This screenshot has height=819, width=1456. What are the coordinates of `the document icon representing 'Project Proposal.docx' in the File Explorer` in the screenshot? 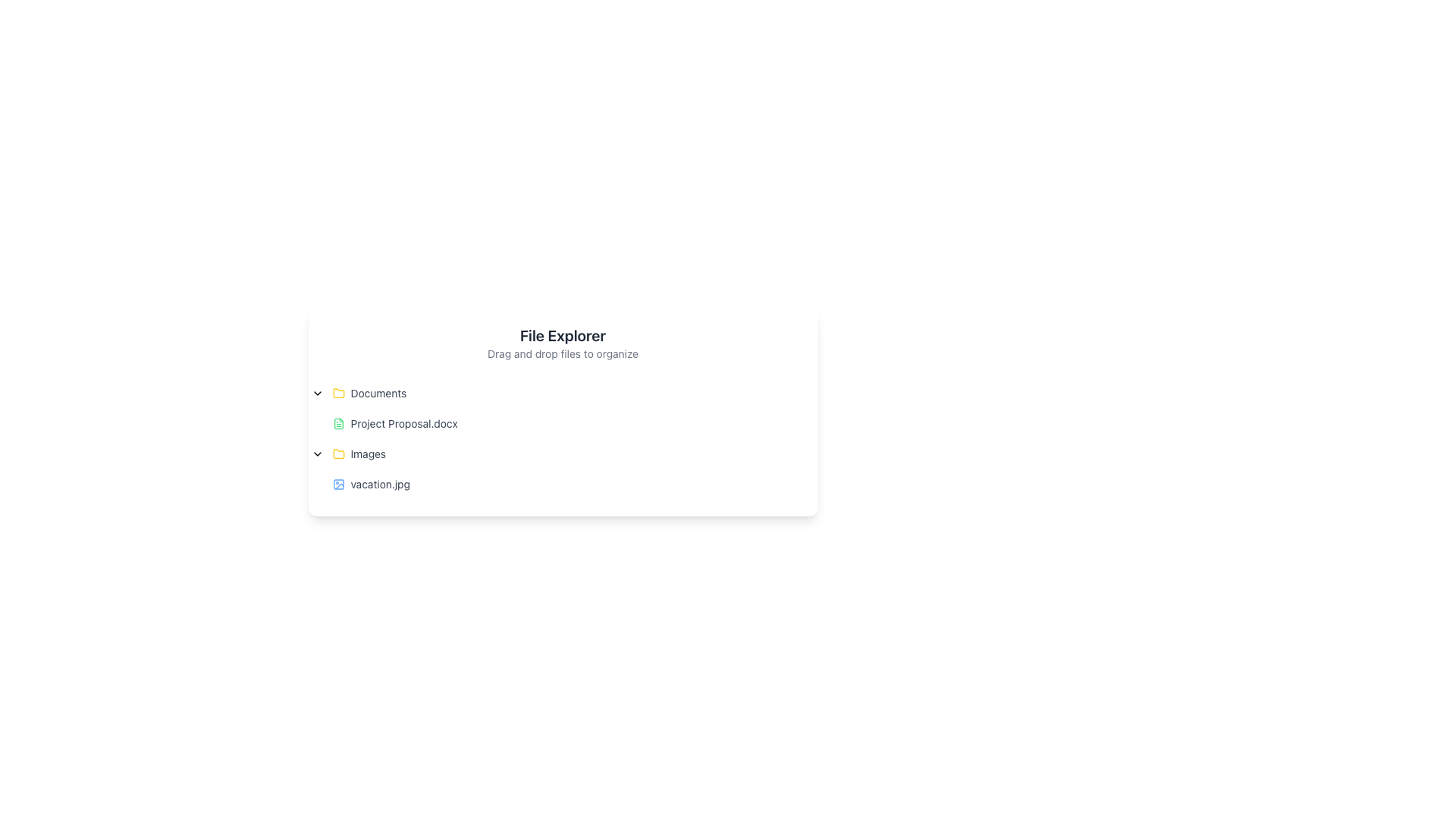 It's located at (337, 424).